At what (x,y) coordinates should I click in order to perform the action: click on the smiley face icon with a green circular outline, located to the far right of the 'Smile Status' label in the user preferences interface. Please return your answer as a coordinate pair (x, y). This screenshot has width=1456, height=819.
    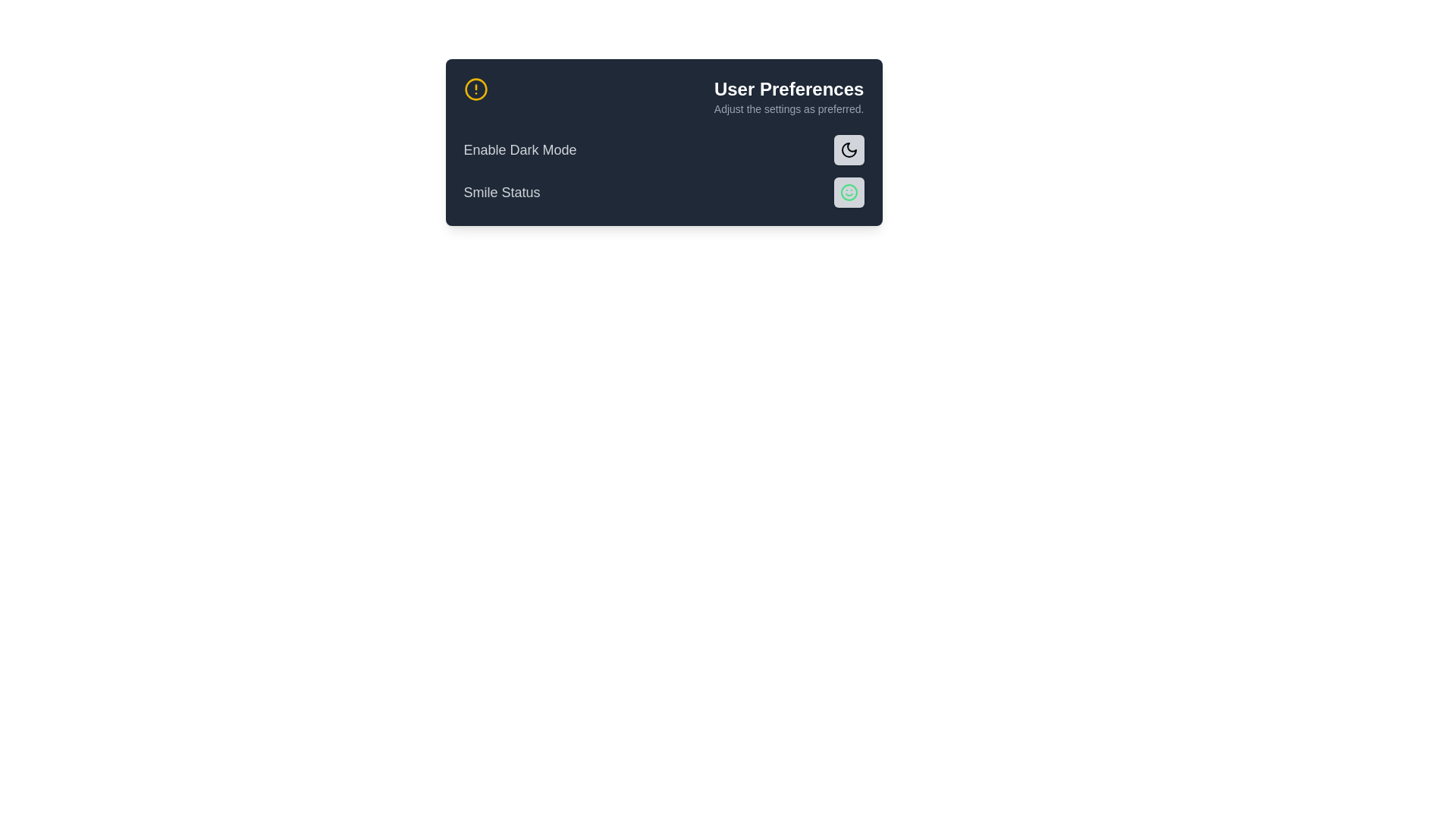
    Looking at the image, I should click on (848, 192).